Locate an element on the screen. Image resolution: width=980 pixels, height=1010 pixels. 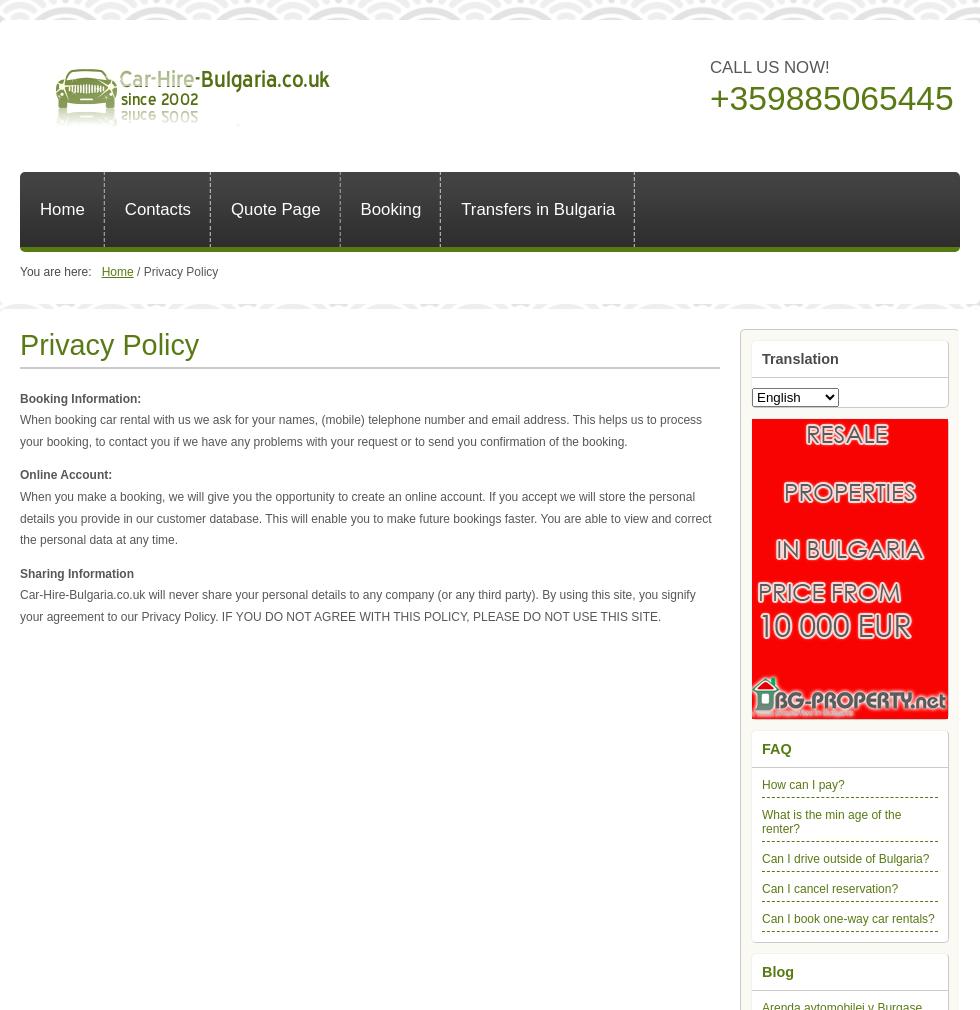
'Sharing Information' is located at coordinates (77, 571).